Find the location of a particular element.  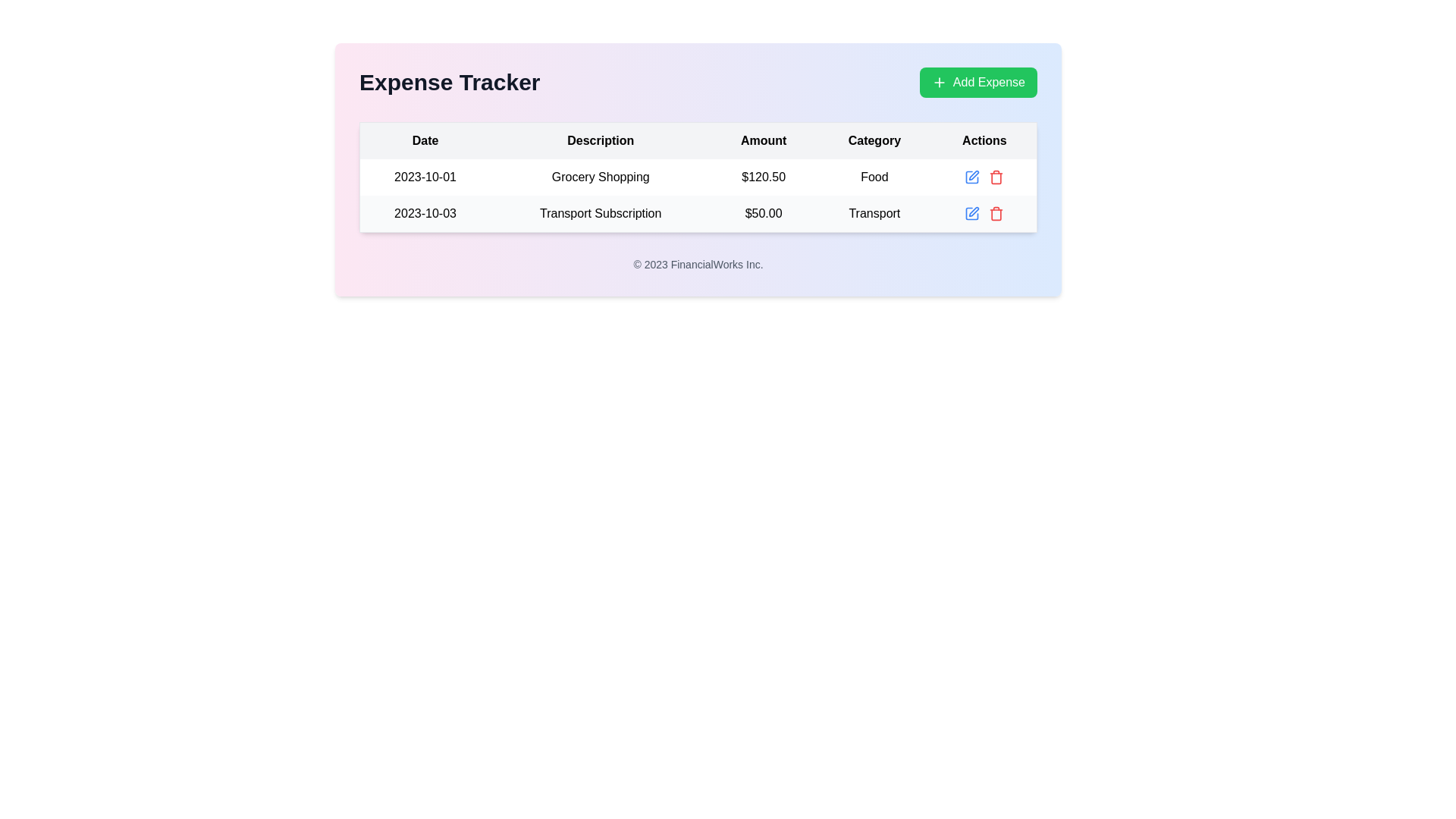

the 'Amount' text label in the table header, which is the third entry from the left, indicating monetary amounts is located at coordinates (764, 140).